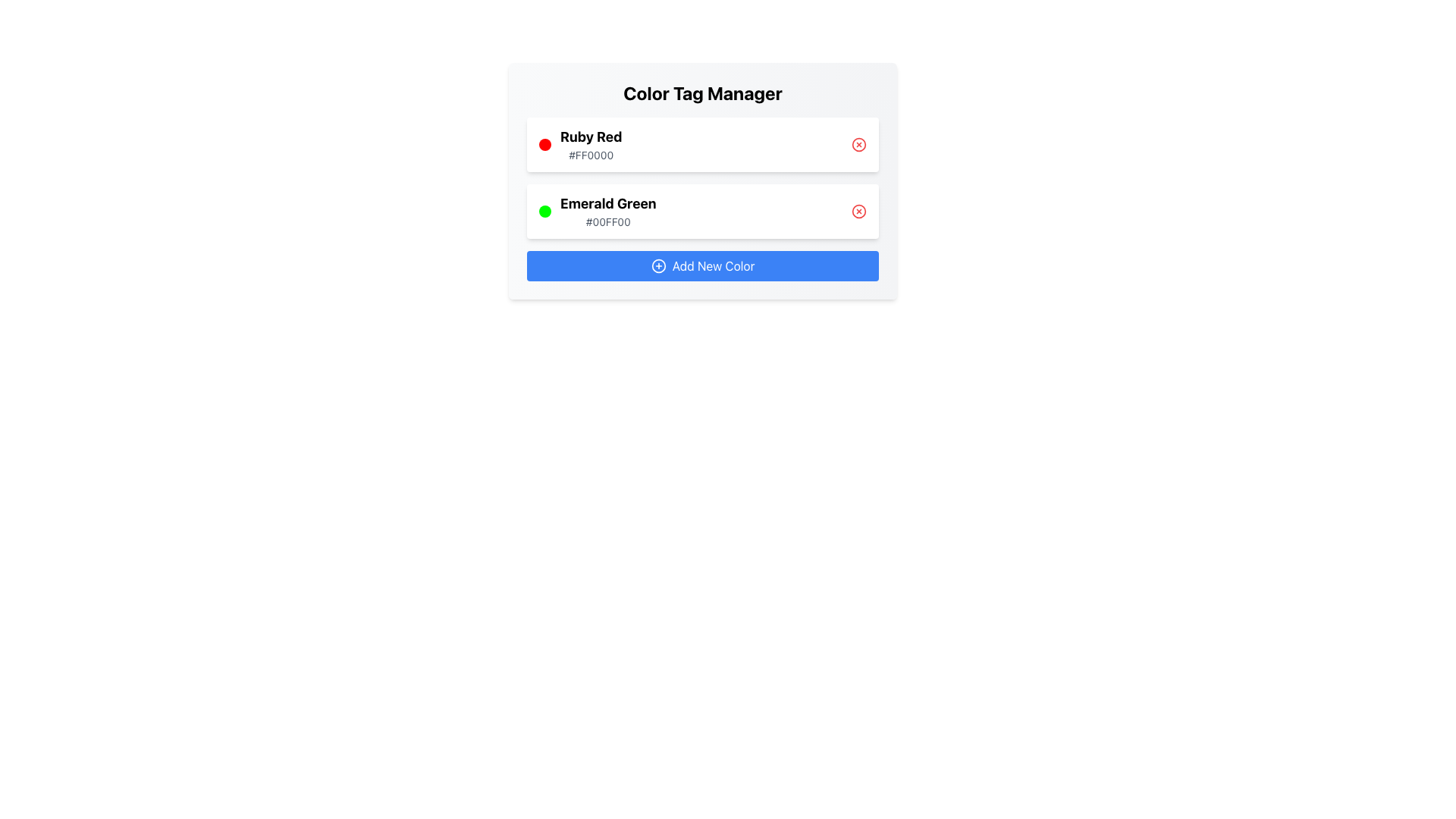 This screenshot has height=819, width=1456. Describe the element at coordinates (590, 155) in the screenshot. I see `the non-interactive Text label displaying the hexadecimal value for 'Ruby Red', located beneath the 'Ruby Red' text within the color group card` at that location.